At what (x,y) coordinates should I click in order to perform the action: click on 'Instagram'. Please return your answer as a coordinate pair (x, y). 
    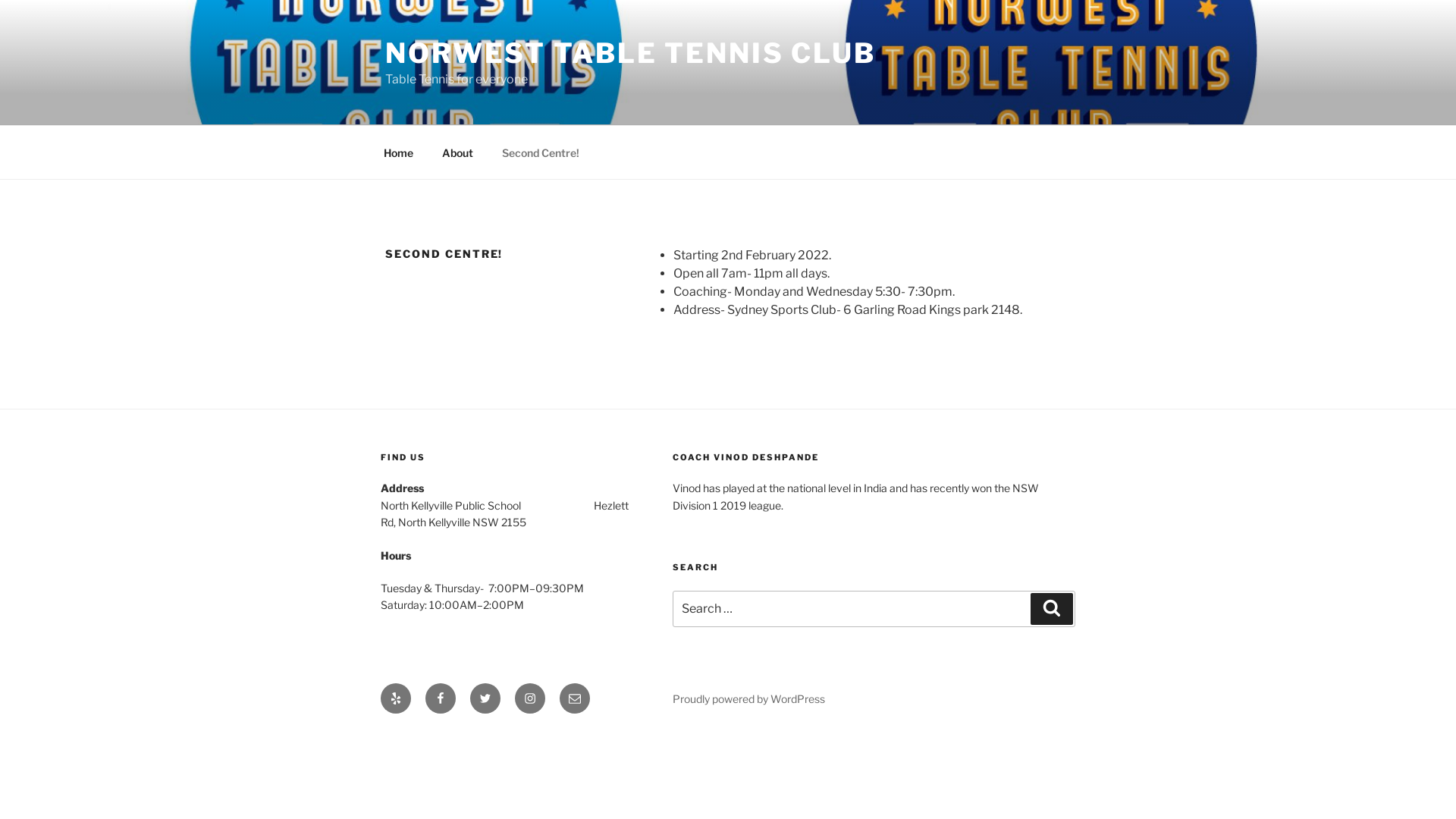
    Looking at the image, I should click on (530, 698).